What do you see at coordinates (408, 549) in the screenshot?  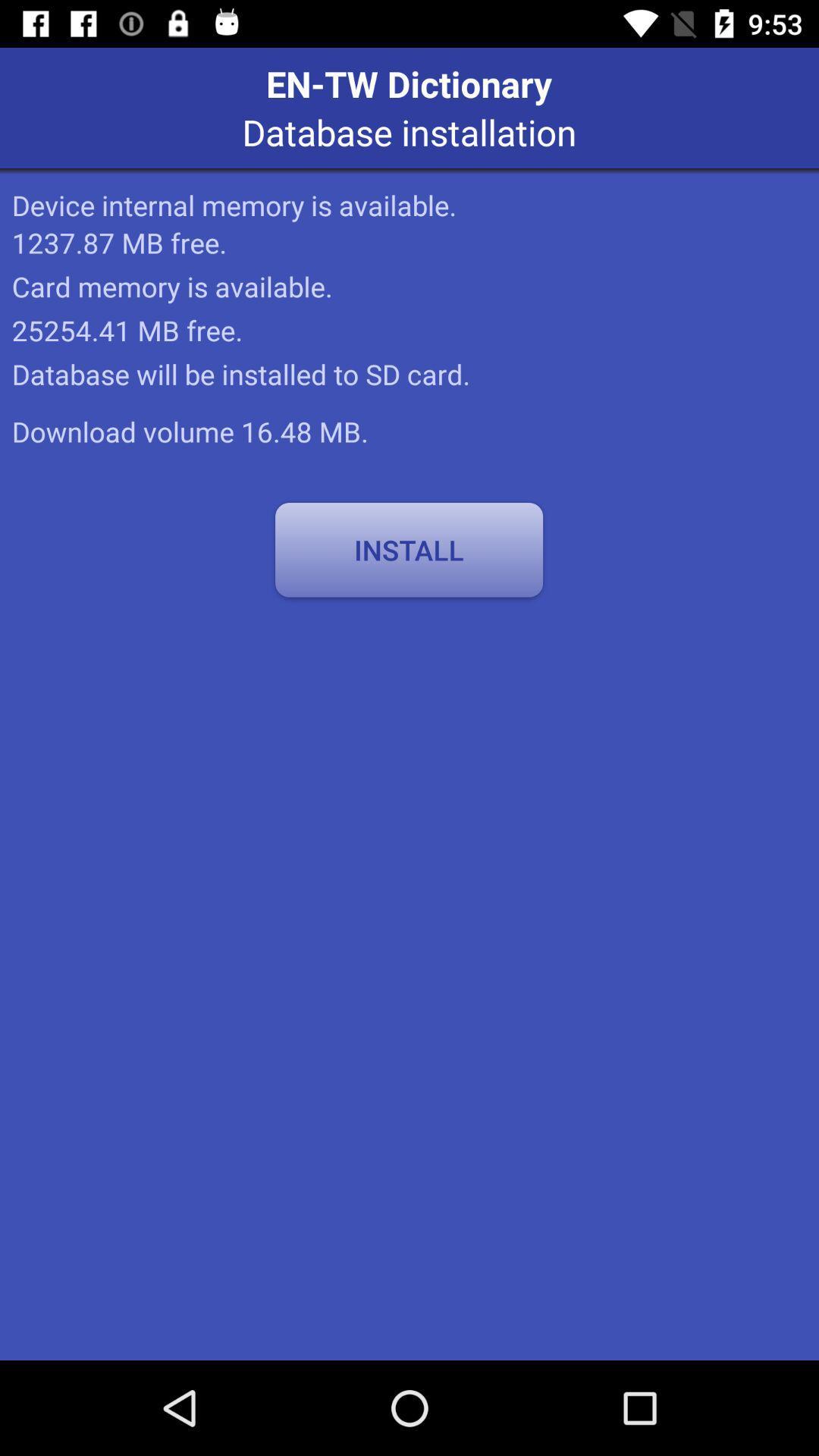 I see `the install item` at bounding box center [408, 549].